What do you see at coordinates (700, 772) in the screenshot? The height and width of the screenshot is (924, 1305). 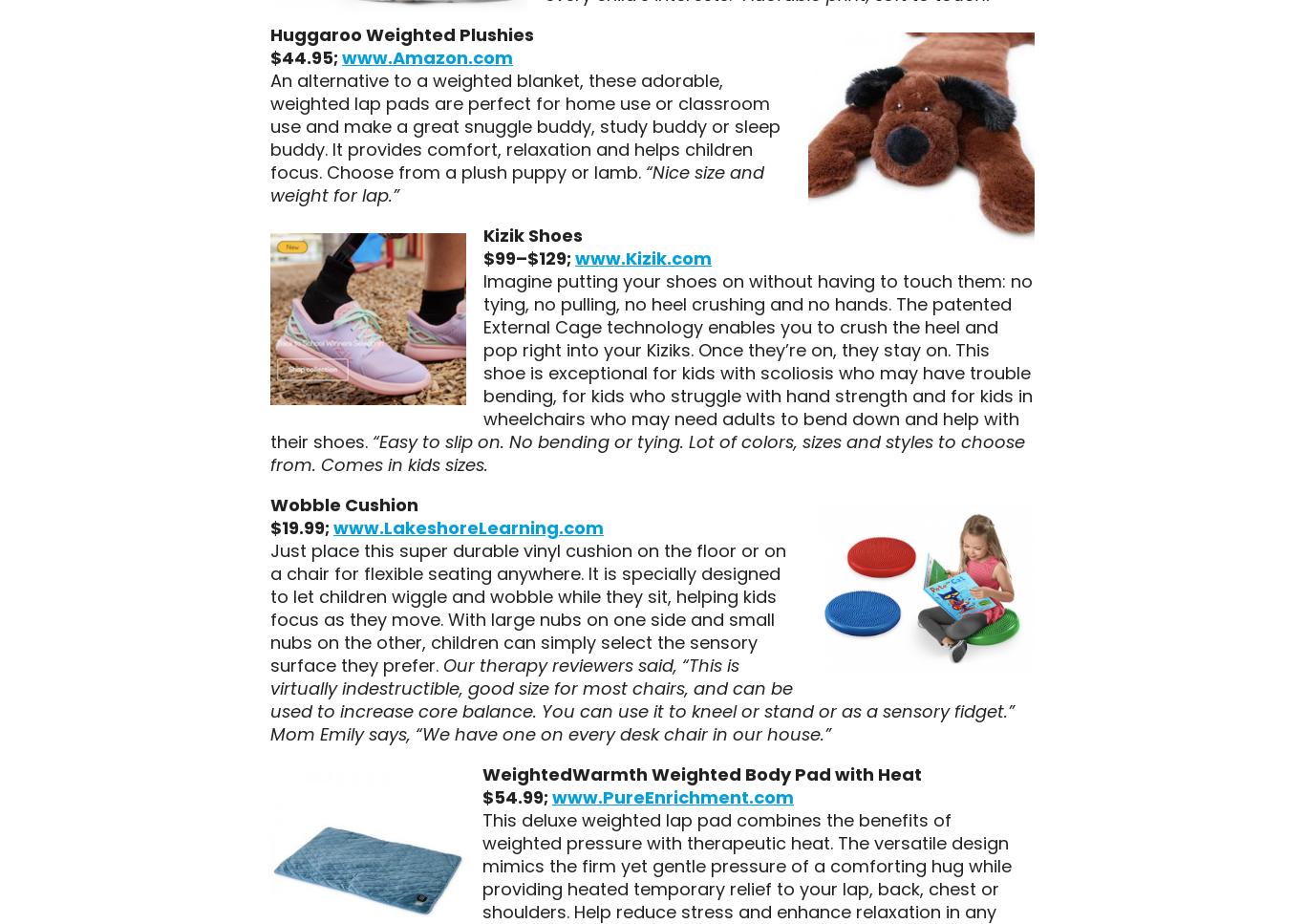 I see `'WeightedWarmth Weighted Body Pad with Heat'` at bounding box center [700, 772].